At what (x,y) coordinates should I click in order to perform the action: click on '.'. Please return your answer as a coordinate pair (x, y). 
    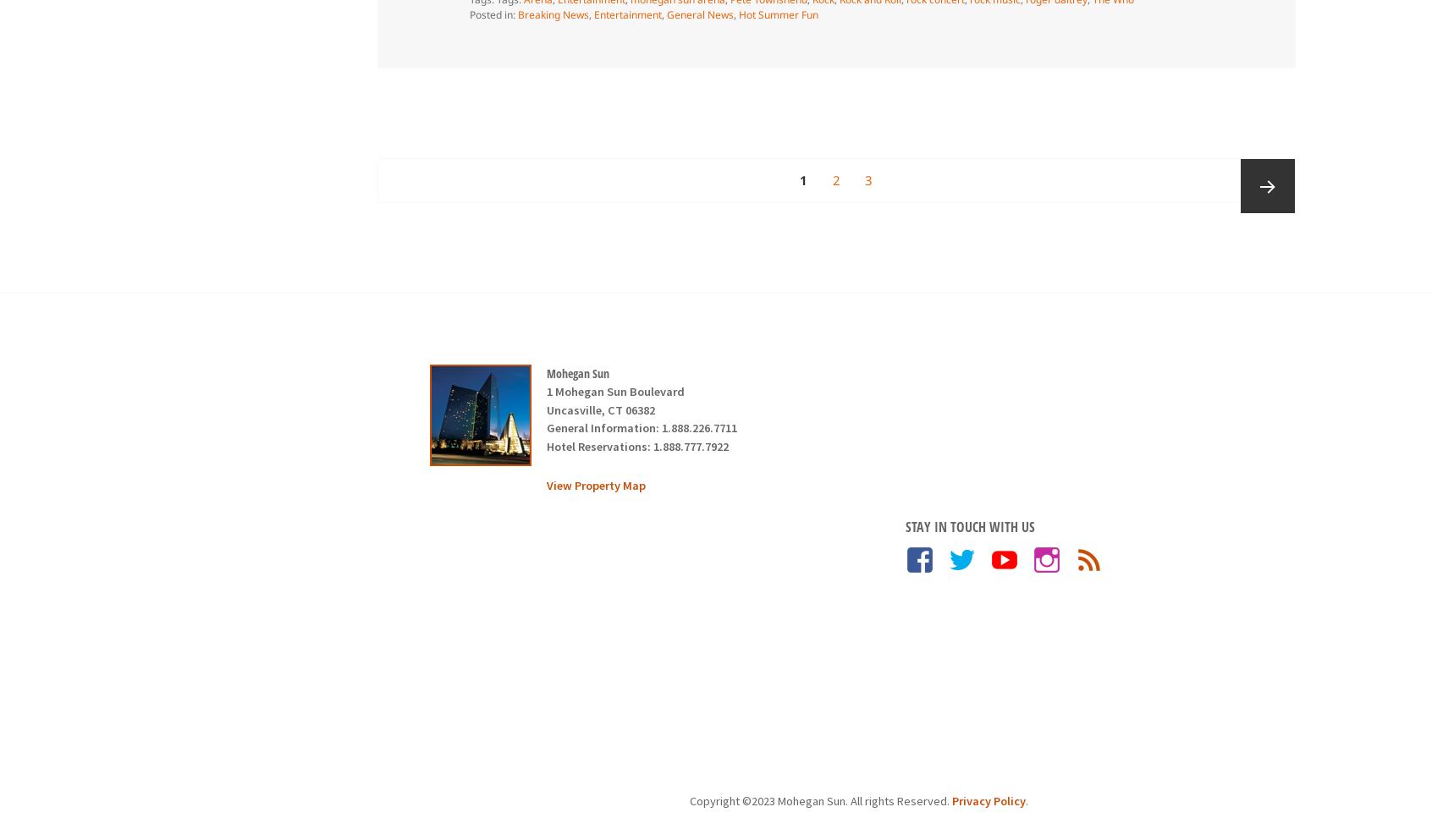
    Looking at the image, I should click on (1025, 800).